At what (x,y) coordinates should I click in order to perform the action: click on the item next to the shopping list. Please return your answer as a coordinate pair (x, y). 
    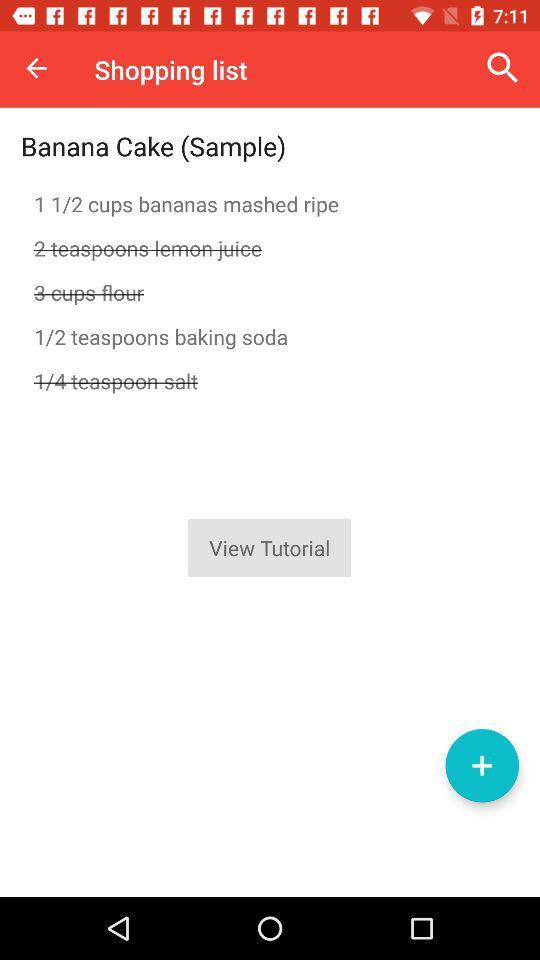
    Looking at the image, I should click on (36, 68).